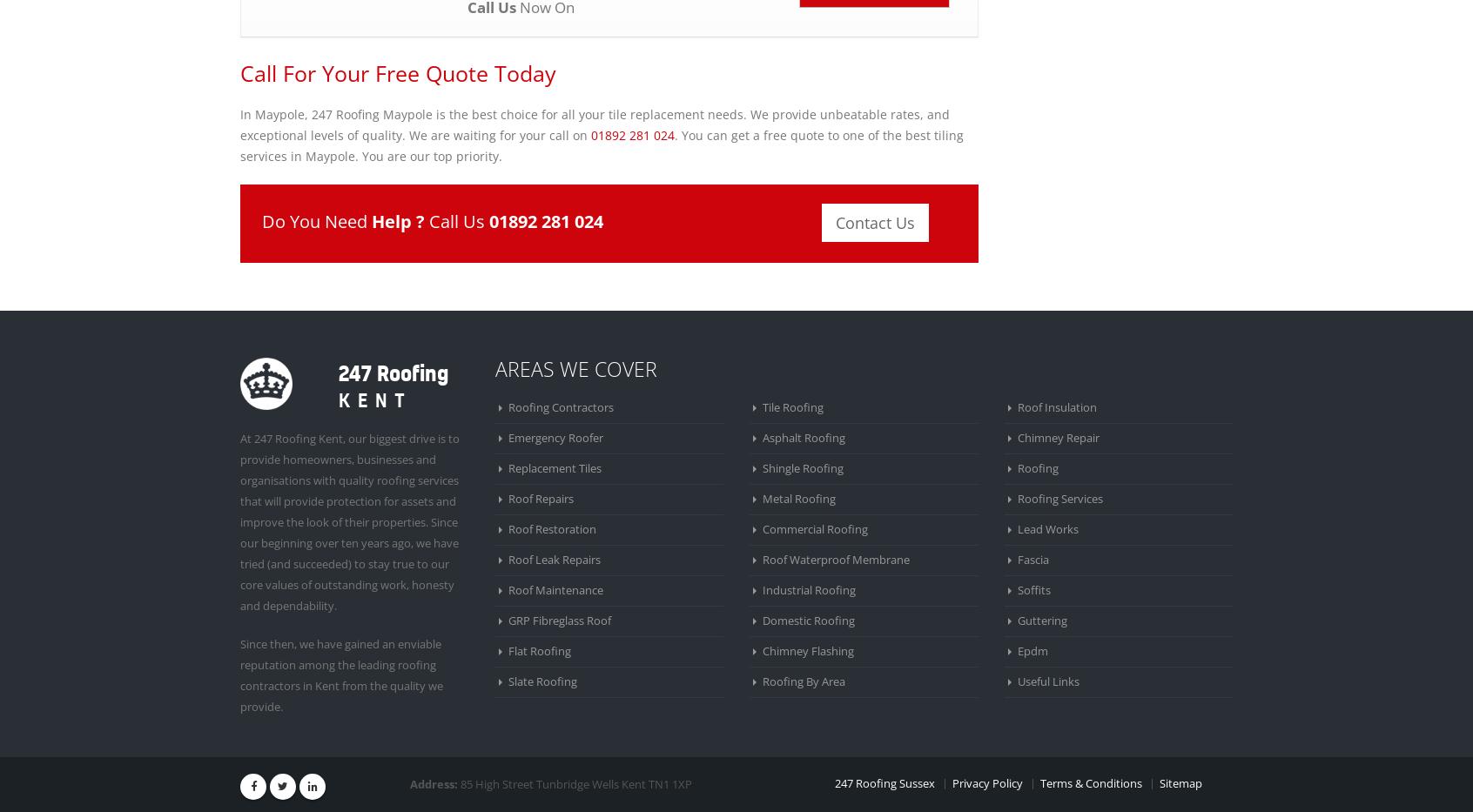 This screenshot has width=1473, height=812. Describe the element at coordinates (575, 367) in the screenshot. I see `'AREAS WE COVER'` at that location.